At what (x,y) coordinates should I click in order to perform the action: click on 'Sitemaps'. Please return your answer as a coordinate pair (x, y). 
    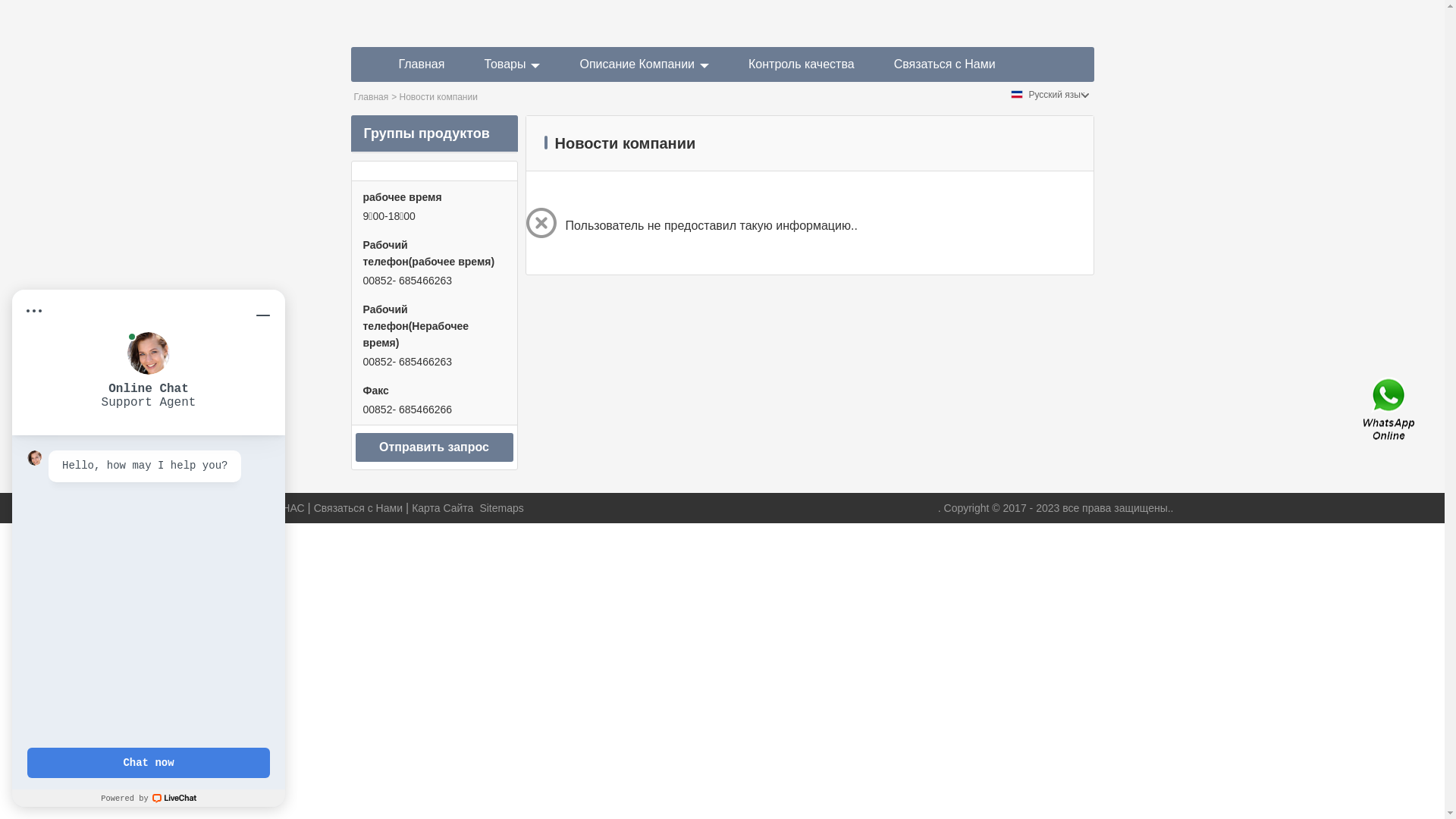
    Looking at the image, I should click on (501, 508).